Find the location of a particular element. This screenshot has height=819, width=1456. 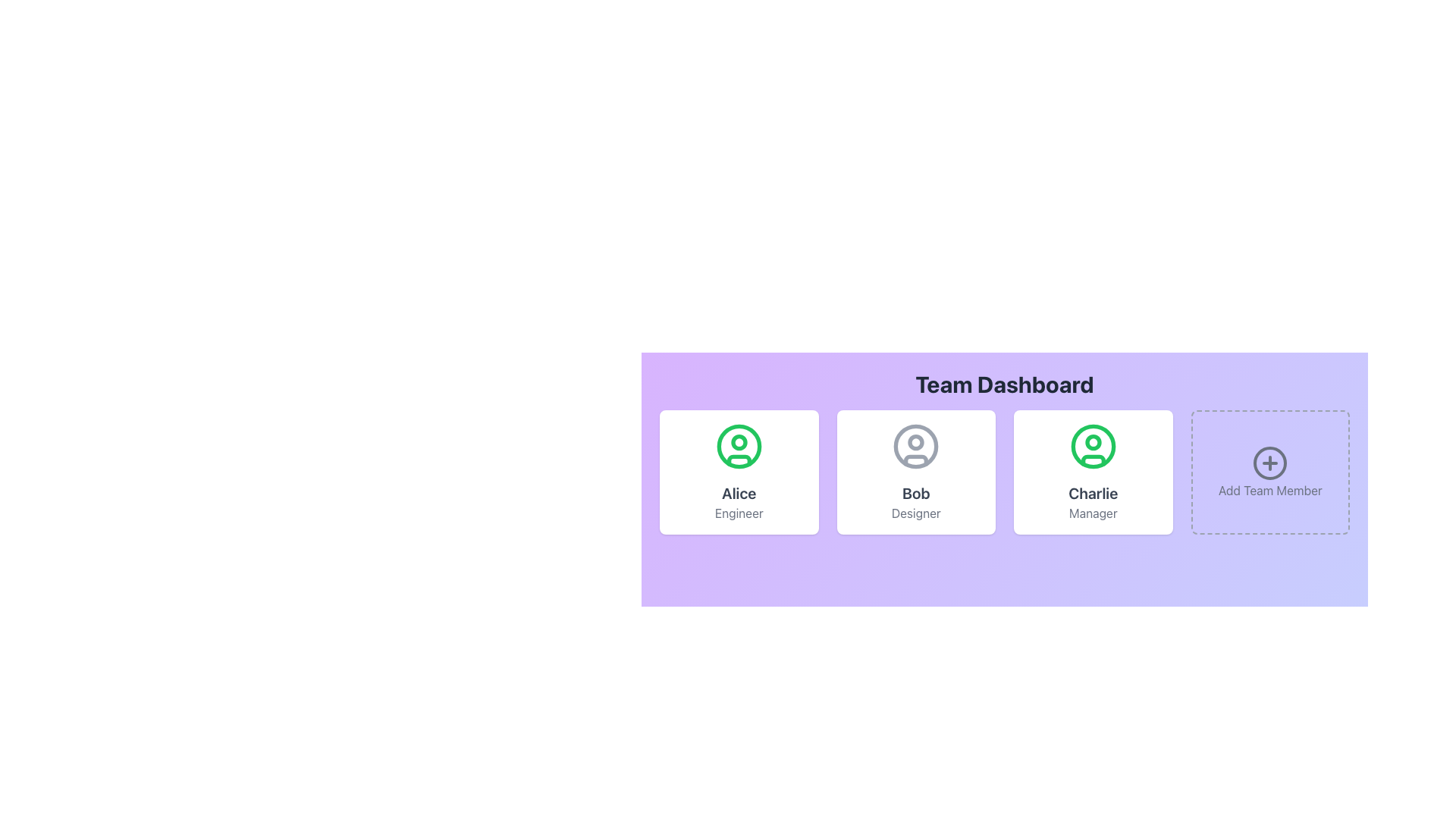

the curving line representing the shoulders or chest of the user avatar icon, which is the third icon in a horizontal row of user icons is located at coordinates (1093, 460).